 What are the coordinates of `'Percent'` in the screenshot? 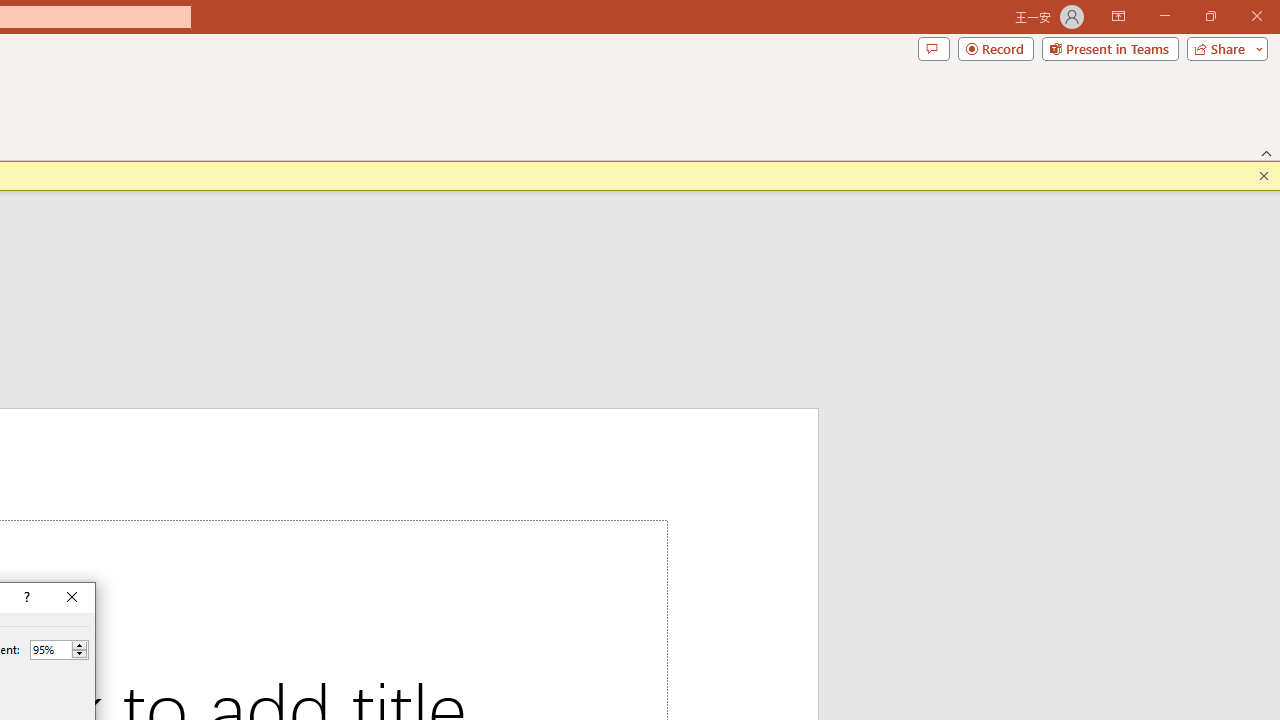 It's located at (50, 649).